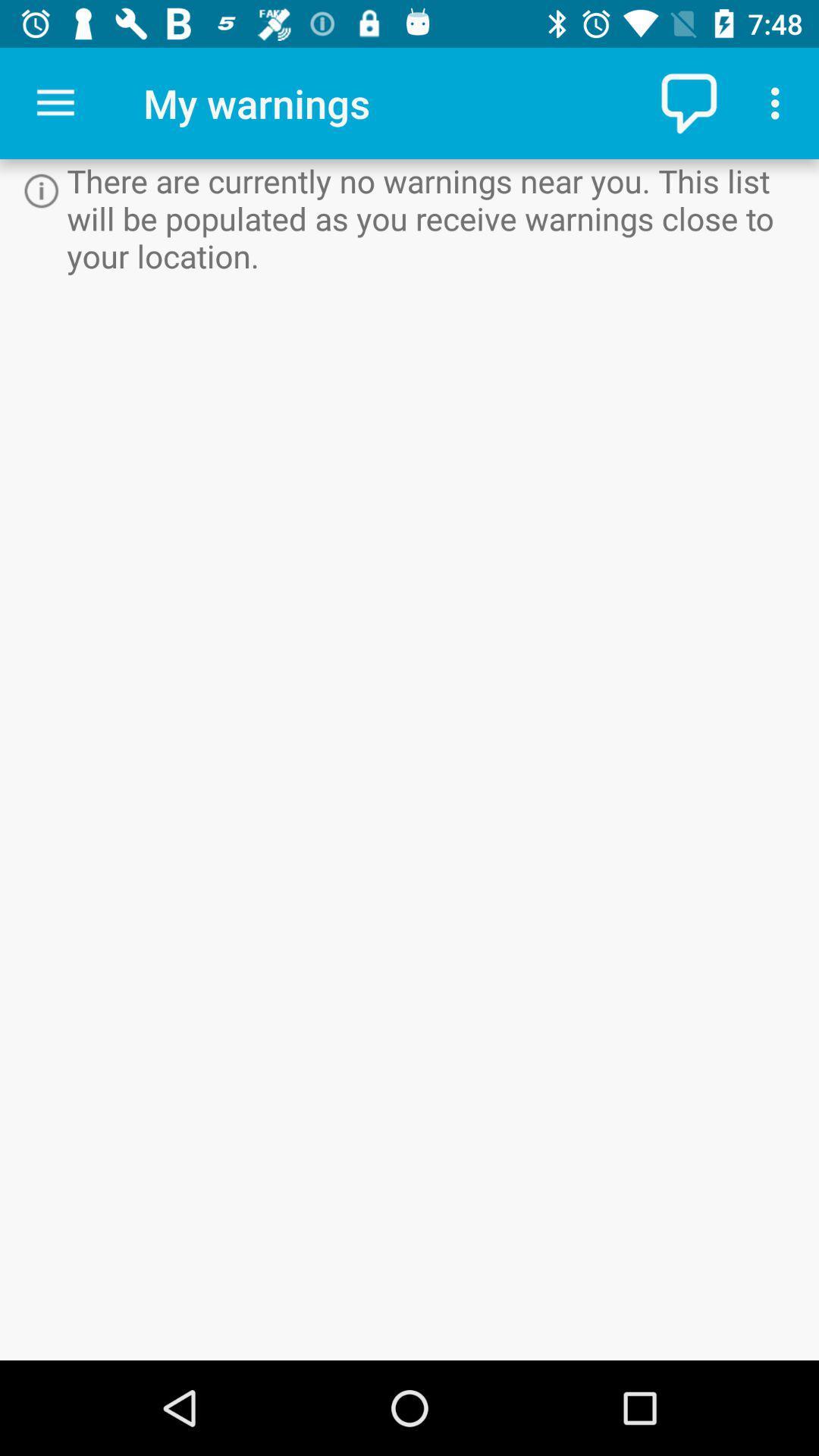  What do you see at coordinates (779, 102) in the screenshot?
I see `icon above there are currently icon` at bounding box center [779, 102].